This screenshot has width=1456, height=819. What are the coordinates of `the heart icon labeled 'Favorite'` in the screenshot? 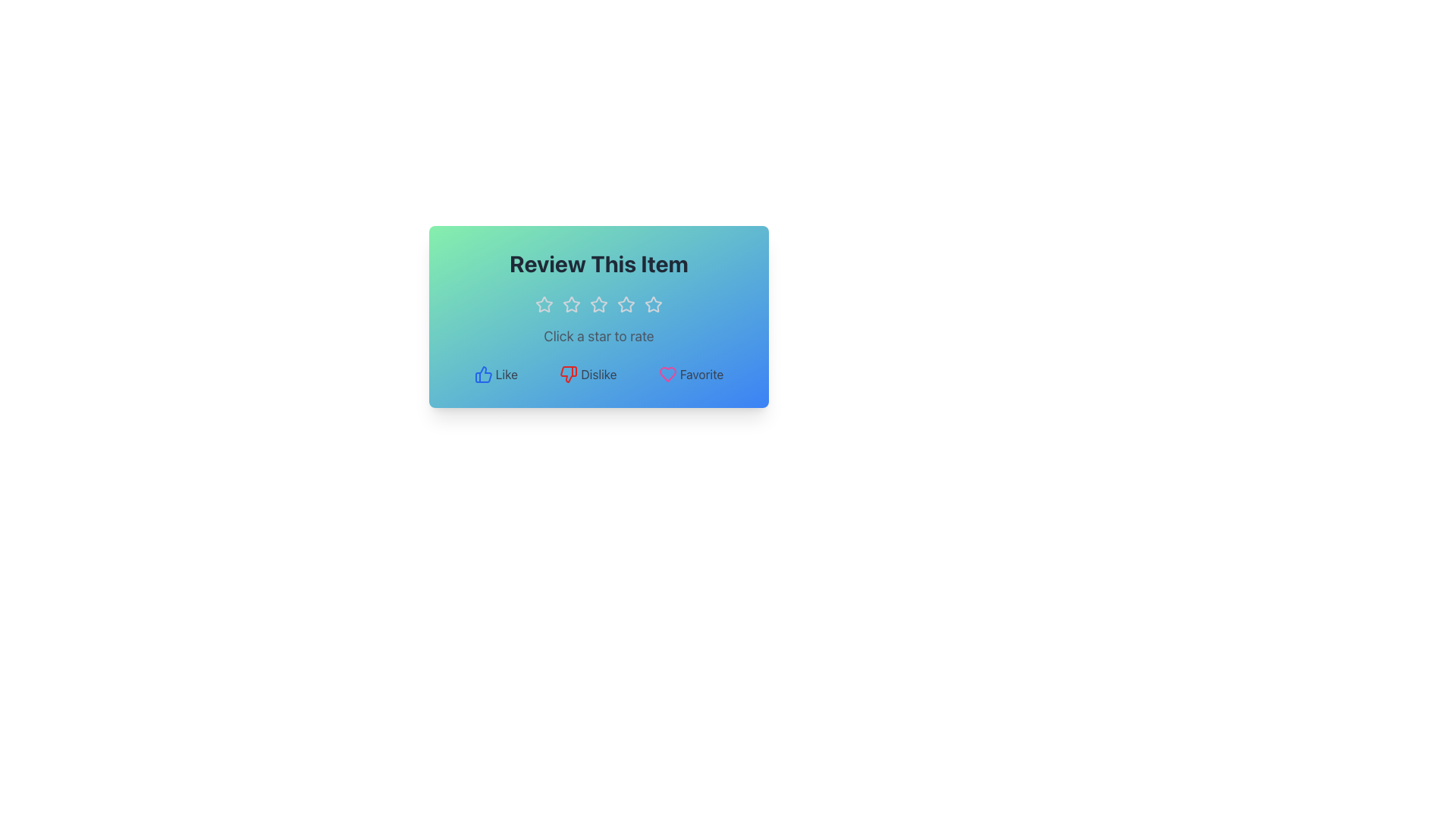 It's located at (667, 374).